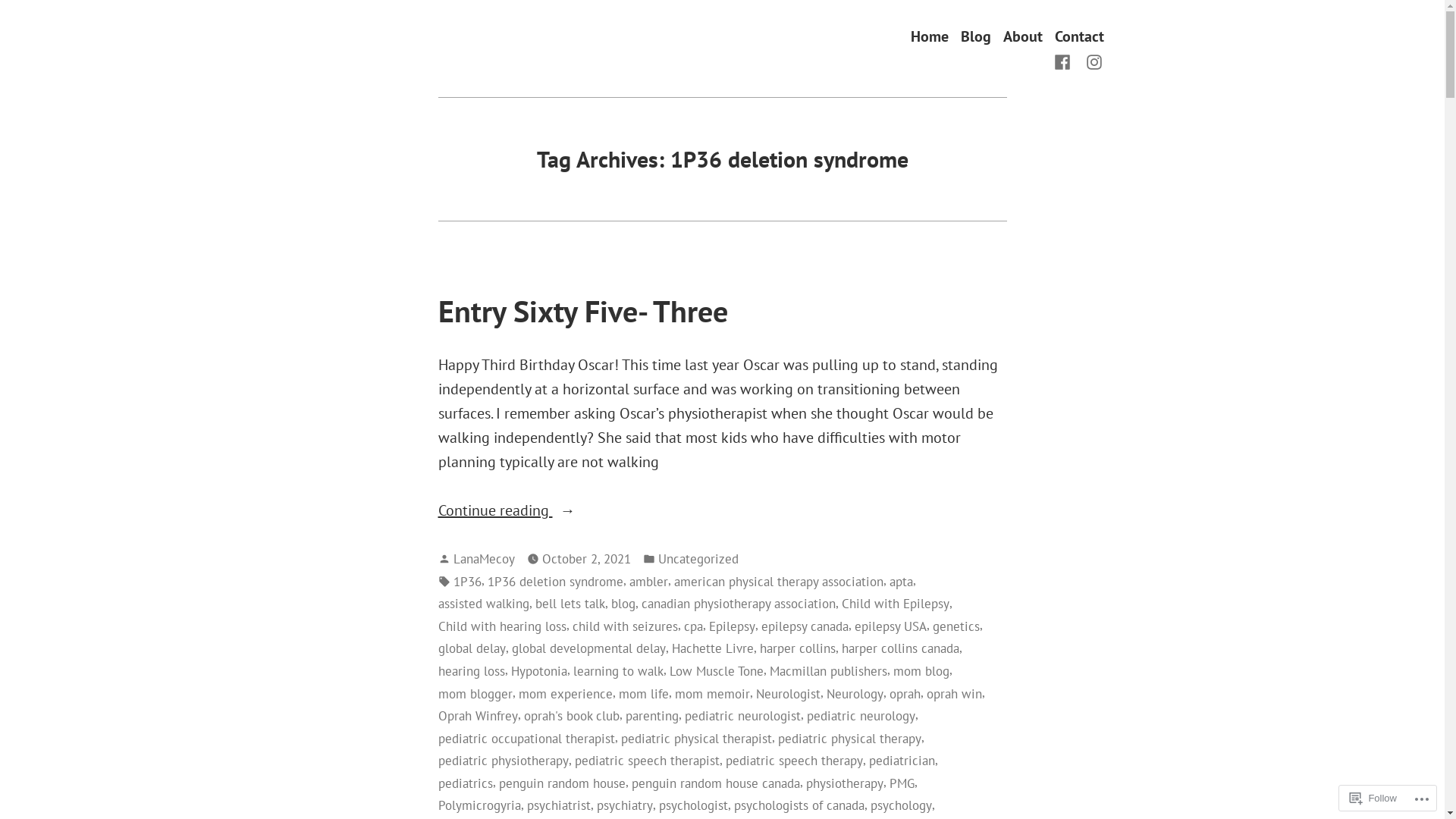 The height and width of the screenshot is (819, 1456). I want to click on 'harper collins canada', so click(900, 648).